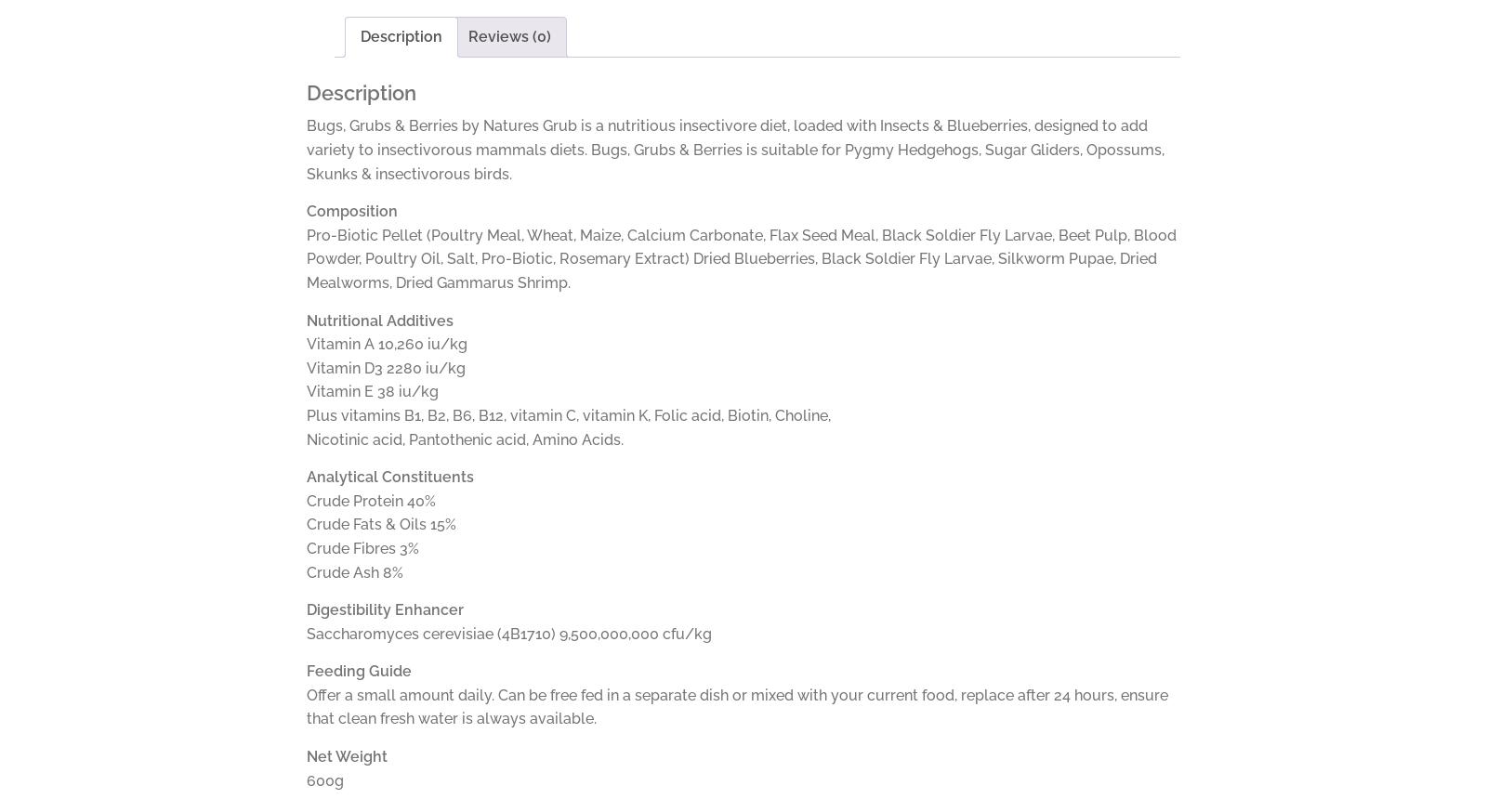  I want to click on 'Vitamin A 10,260 iu/kg', so click(386, 344).